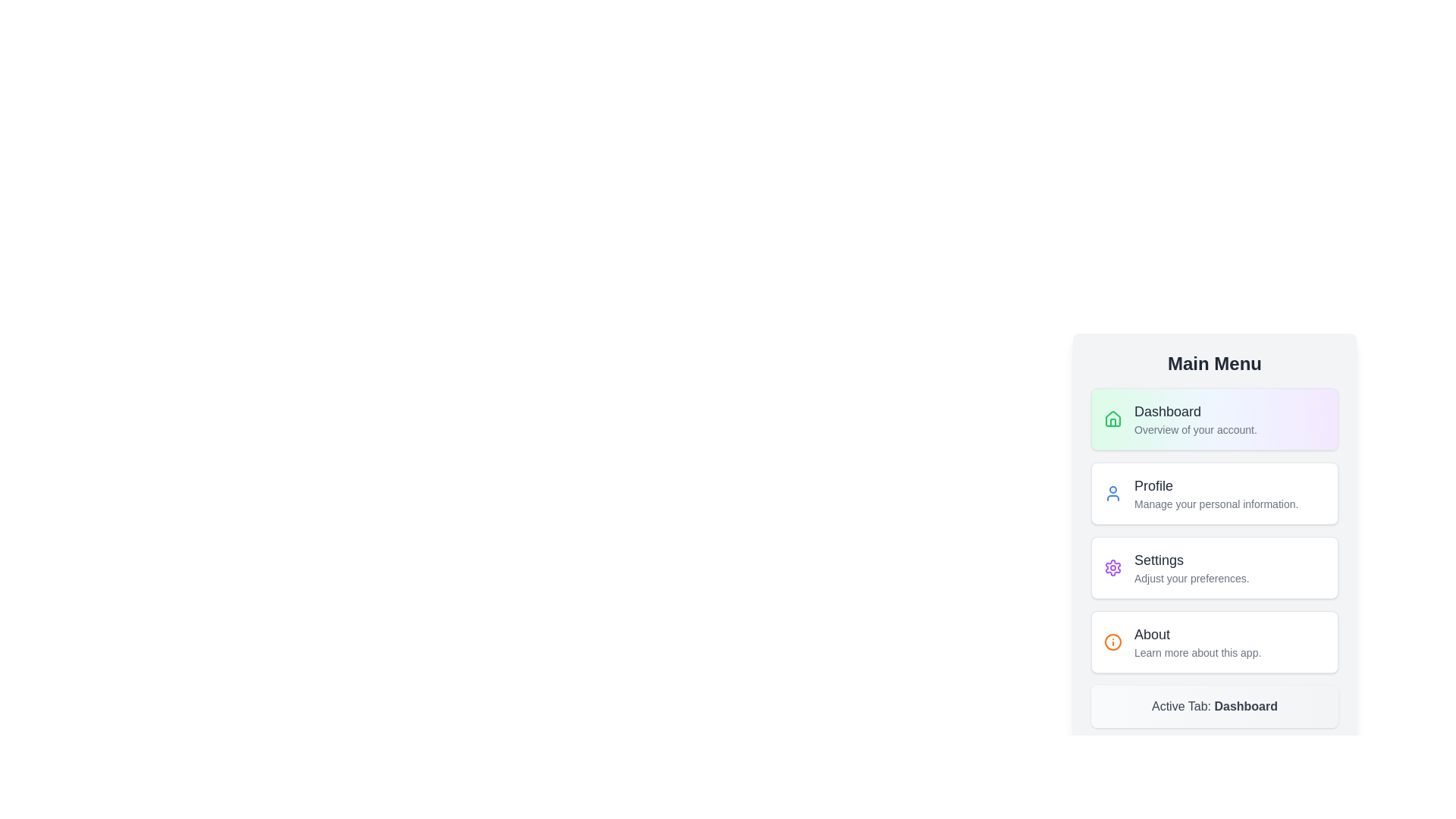  What do you see at coordinates (1215, 419) in the screenshot?
I see `the menu item labeled Dashboard to activate its tab` at bounding box center [1215, 419].